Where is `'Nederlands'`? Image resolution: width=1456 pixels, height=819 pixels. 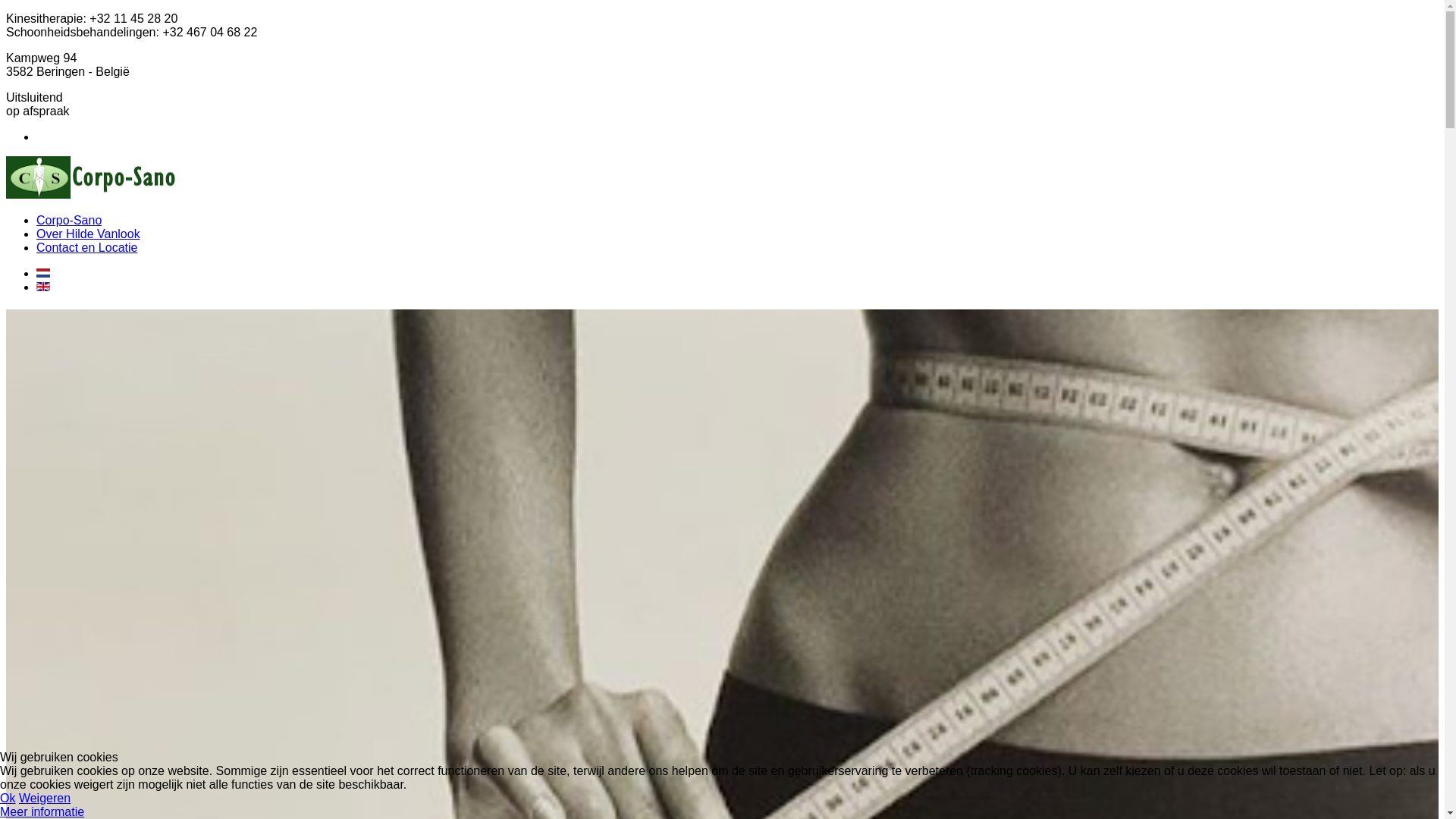 'Nederlands' is located at coordinates (43, 271).